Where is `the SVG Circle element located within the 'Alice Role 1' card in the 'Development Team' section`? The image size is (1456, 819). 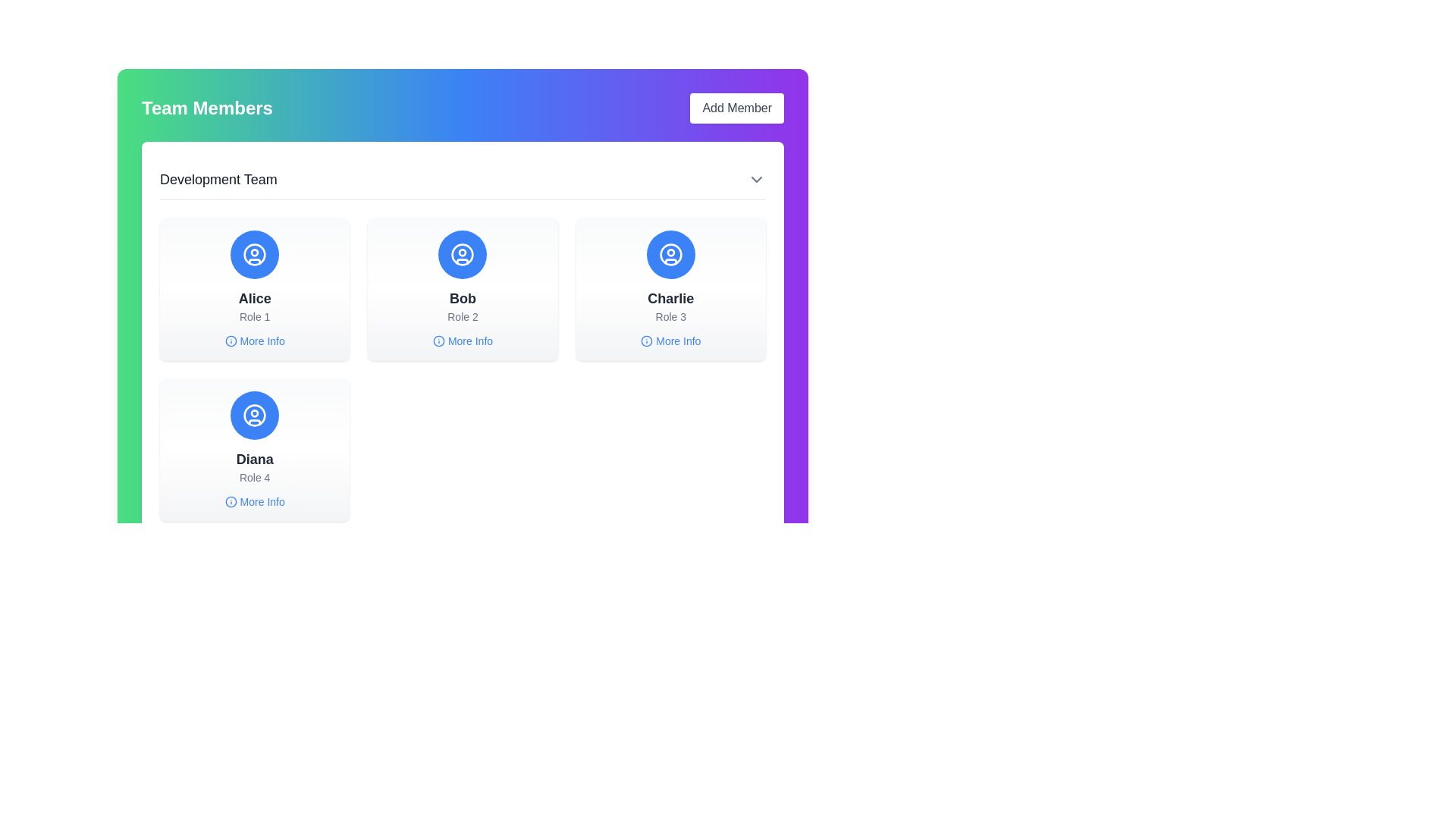
the SVG Circle element located within the 'Alice Role 1' card in the 'Development Team' section is located at coordinates (255, 253).